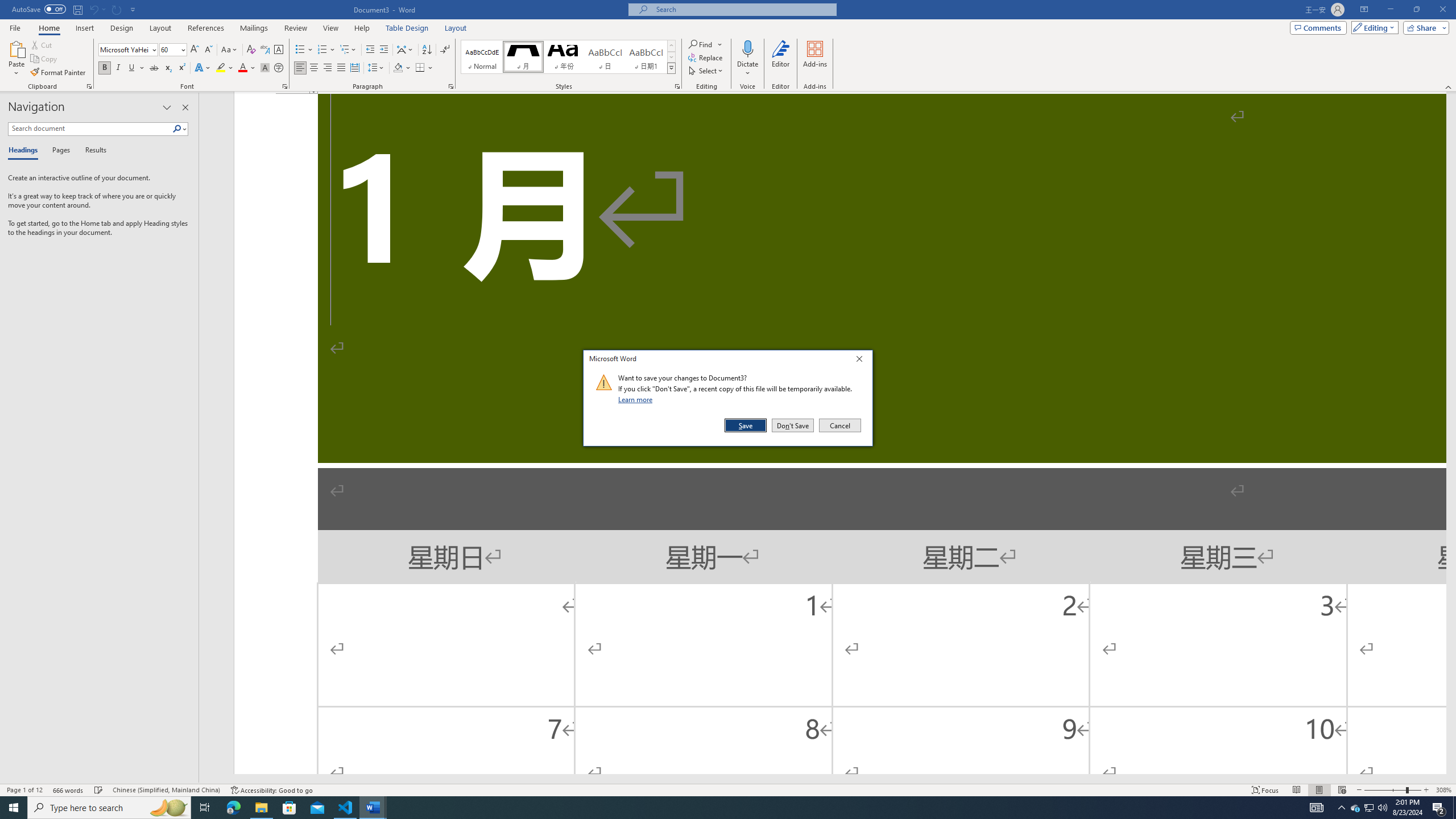 The image size is (1456, 819). What do you see at coordinates (1296, 790) in the screenshot?
I see `'Read Mode'` at bounding box center [1296, 790].